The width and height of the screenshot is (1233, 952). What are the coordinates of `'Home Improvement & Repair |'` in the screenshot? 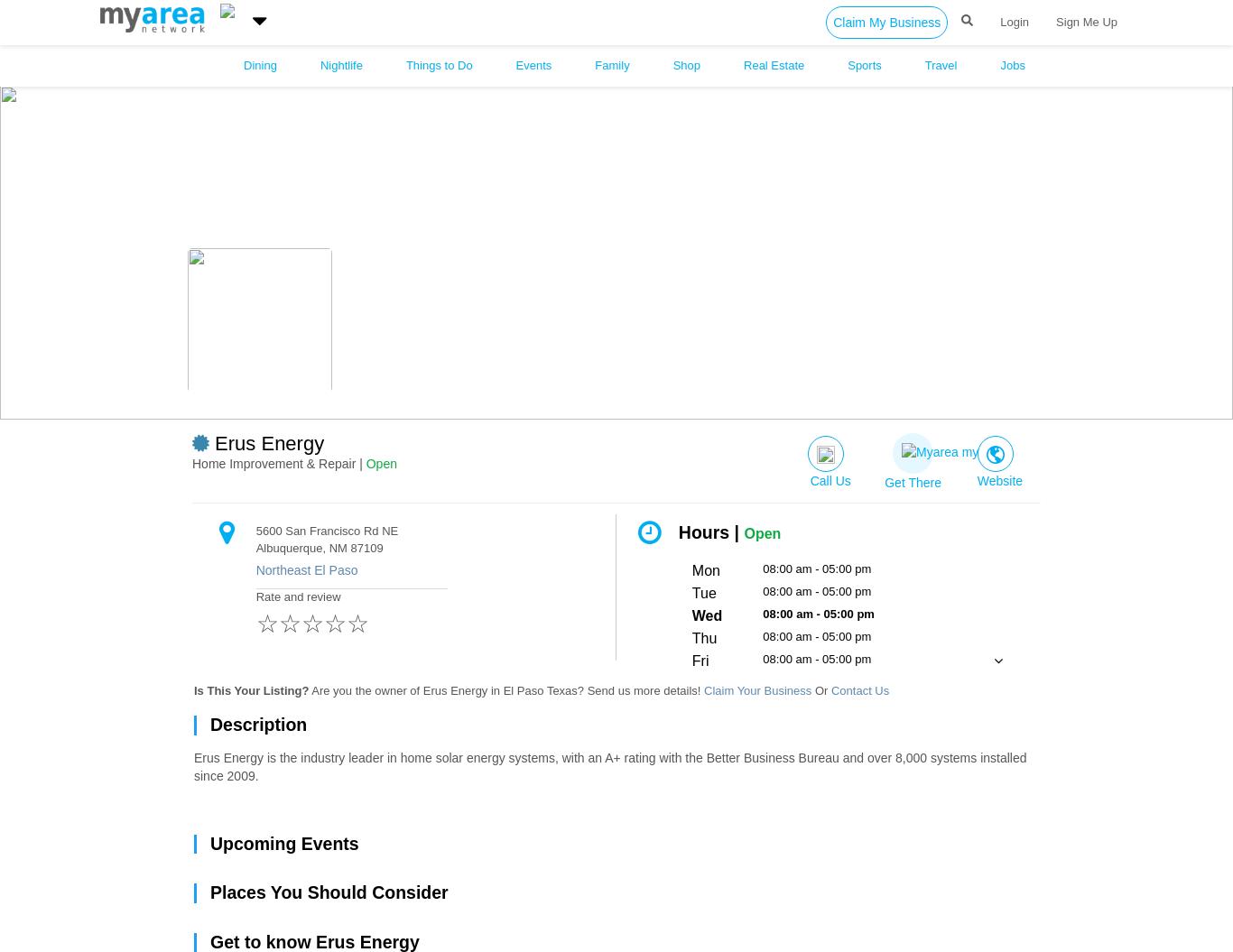 It's located at (278, 463).